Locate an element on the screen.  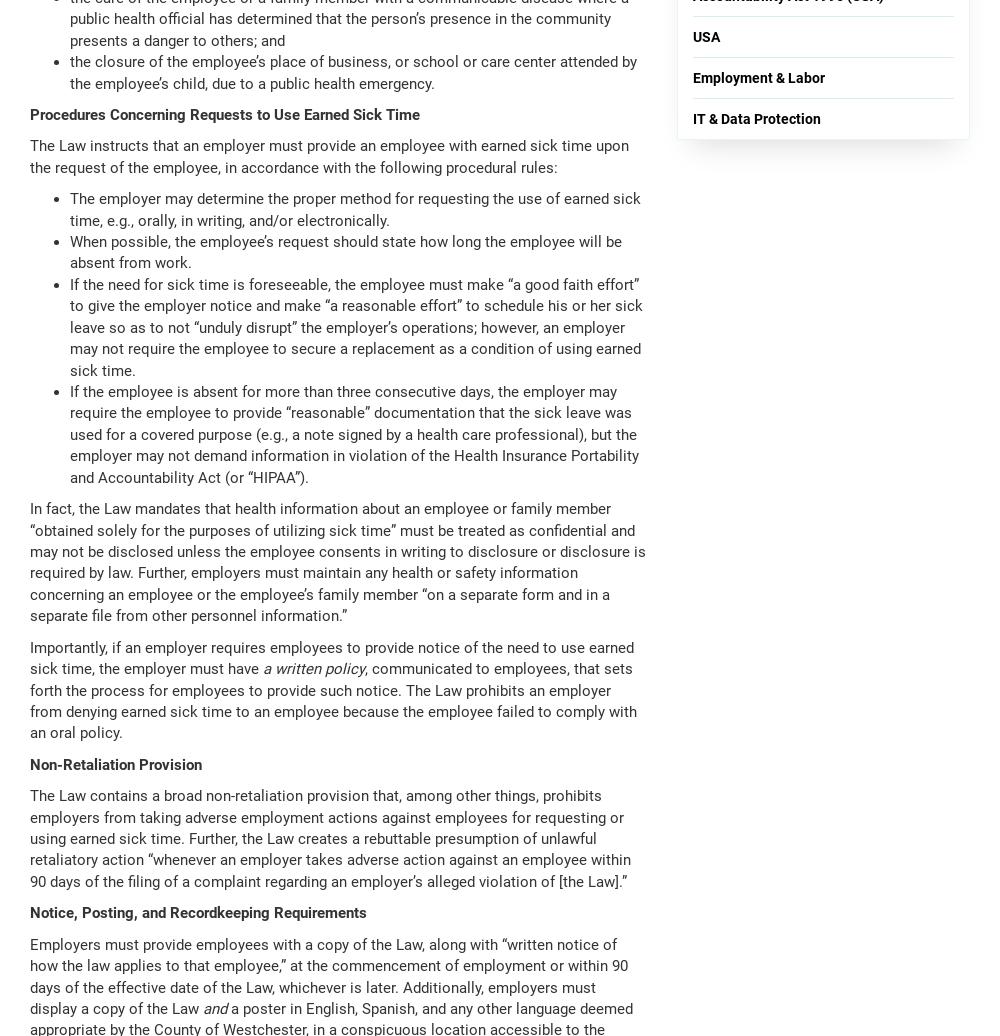
'a written policy' is located at coordinates (313, 669).